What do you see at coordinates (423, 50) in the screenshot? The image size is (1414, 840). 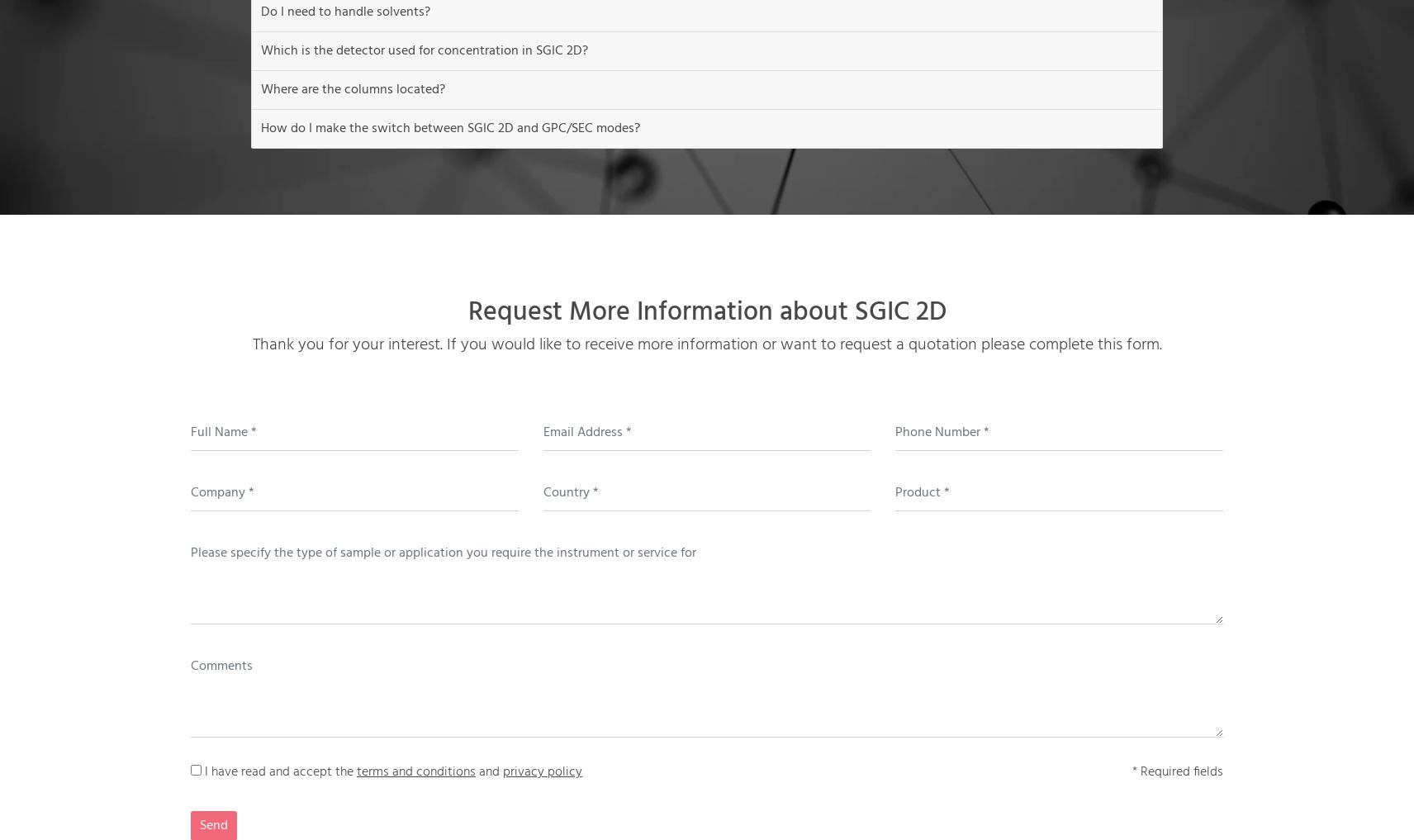 I see `'Which is the detector used for concentration in SGIC 2D?'` at bounding box center [423, 50].